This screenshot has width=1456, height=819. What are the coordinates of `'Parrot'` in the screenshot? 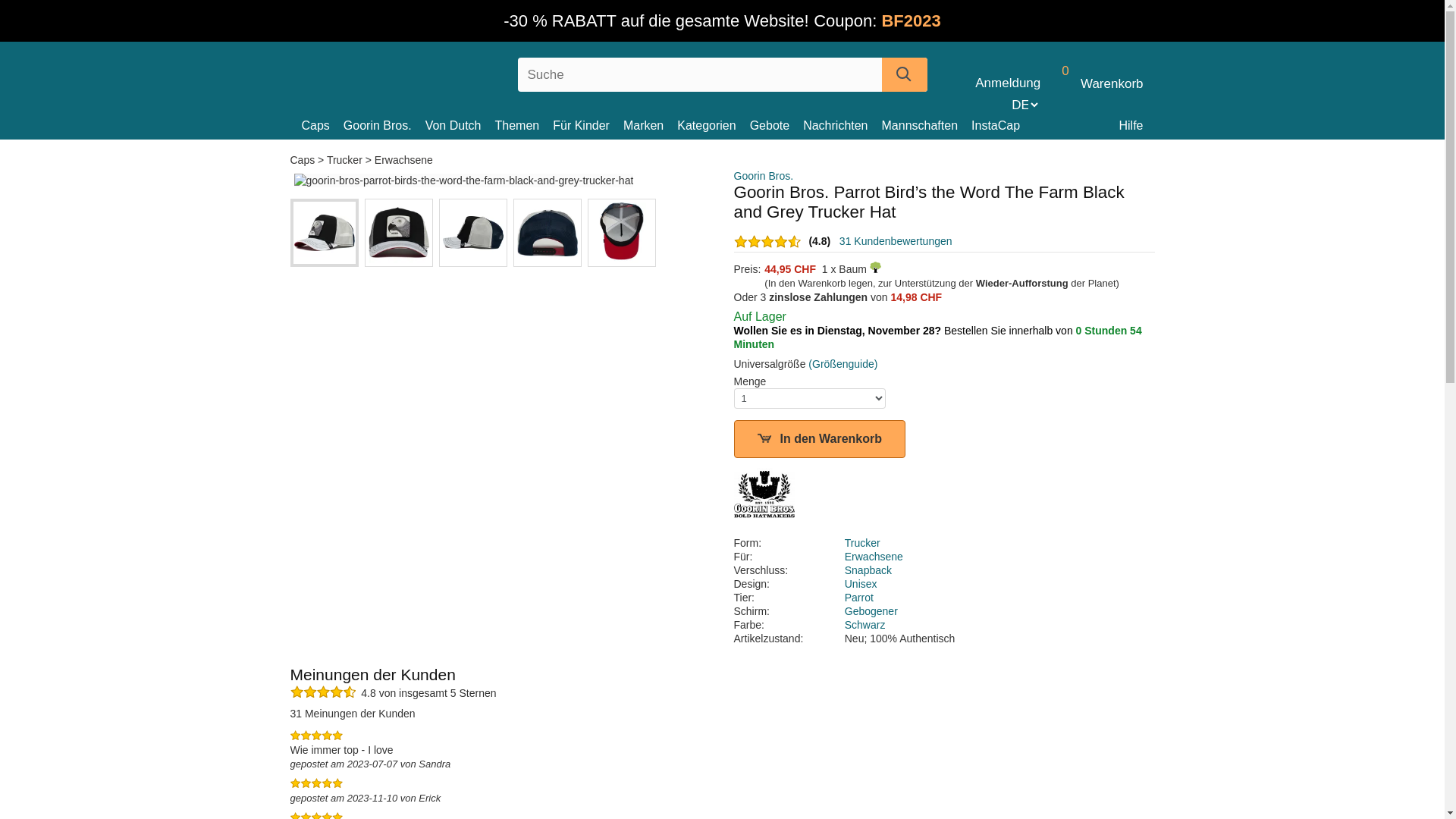 It's located at (858, 596).